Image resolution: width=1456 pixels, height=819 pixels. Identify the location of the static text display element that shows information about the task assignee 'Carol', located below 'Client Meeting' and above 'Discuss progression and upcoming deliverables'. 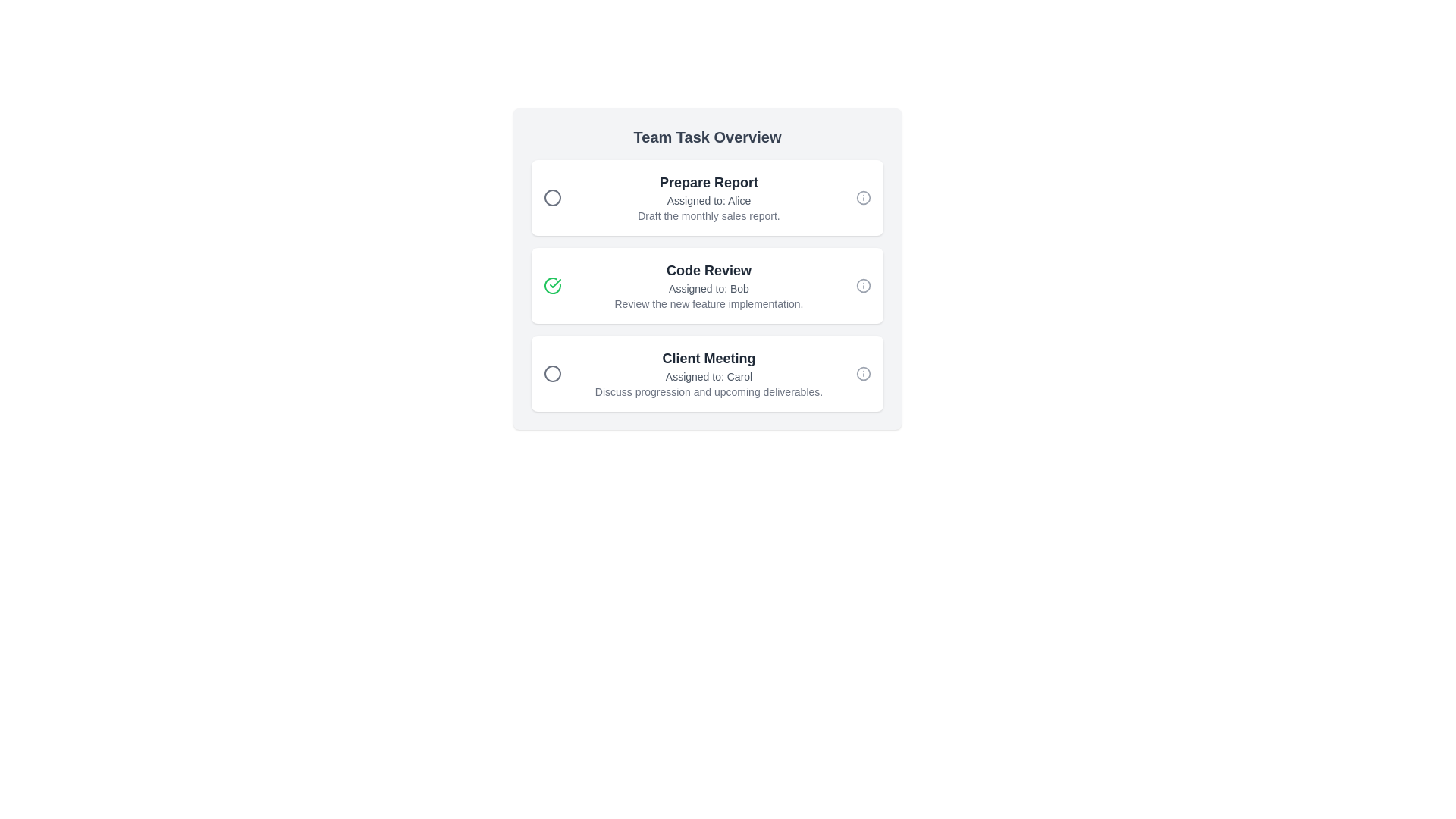
(708, 376).